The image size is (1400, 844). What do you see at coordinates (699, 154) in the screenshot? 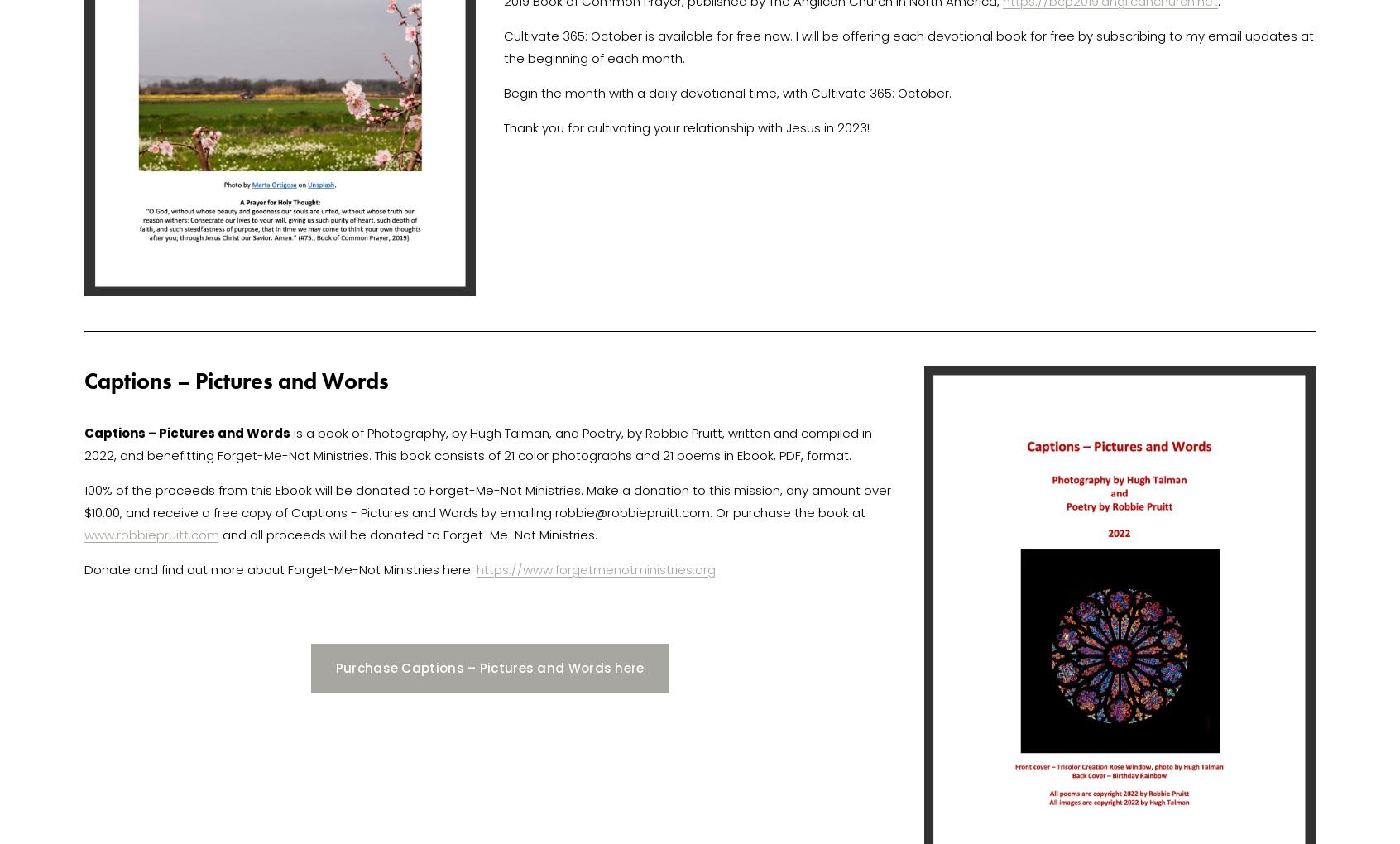
I see `'Blog Archive'` at bounding box center [699, 154].